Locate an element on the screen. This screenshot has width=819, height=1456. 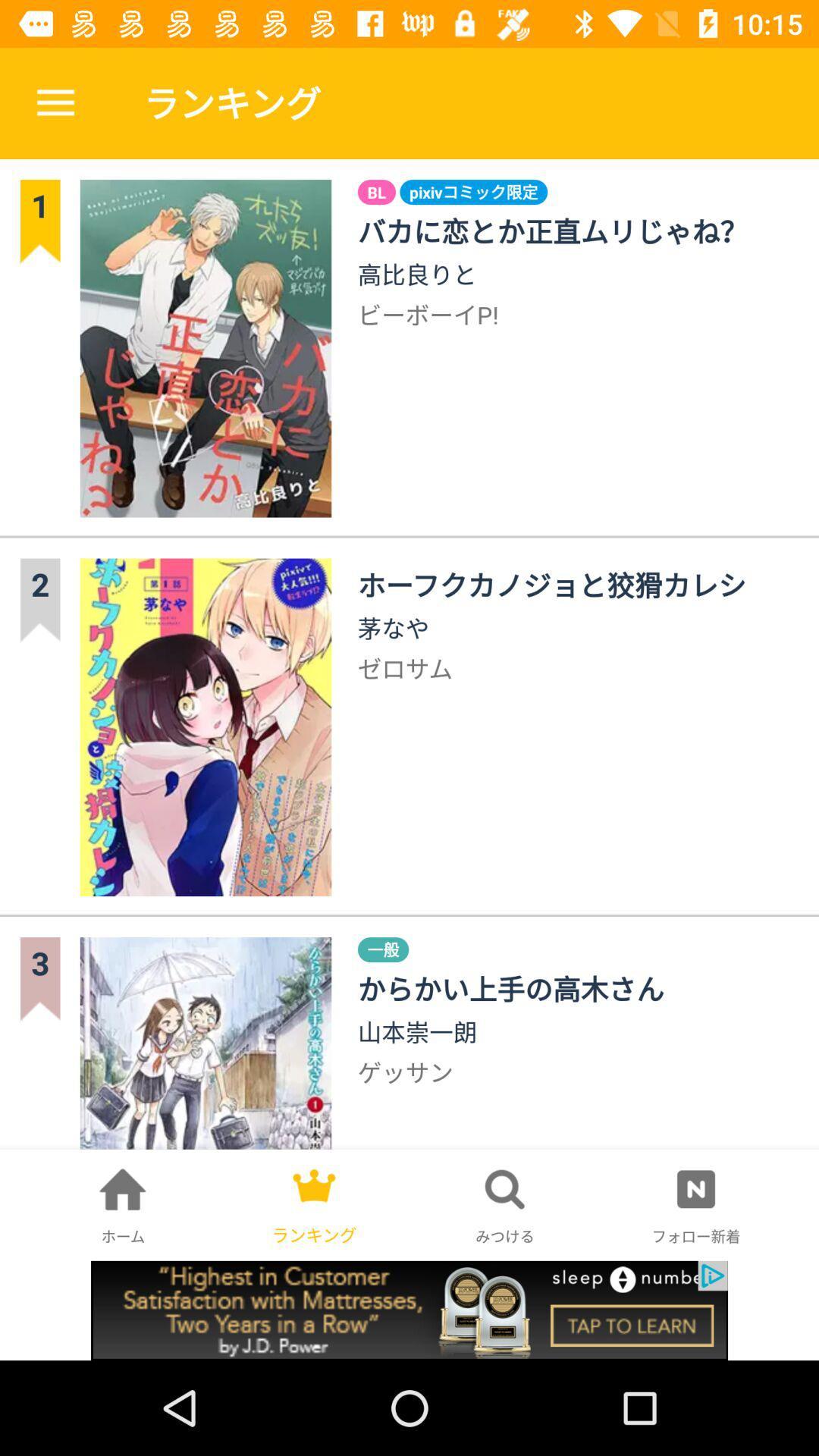
the number 1 is located at coordinates (39, 222).